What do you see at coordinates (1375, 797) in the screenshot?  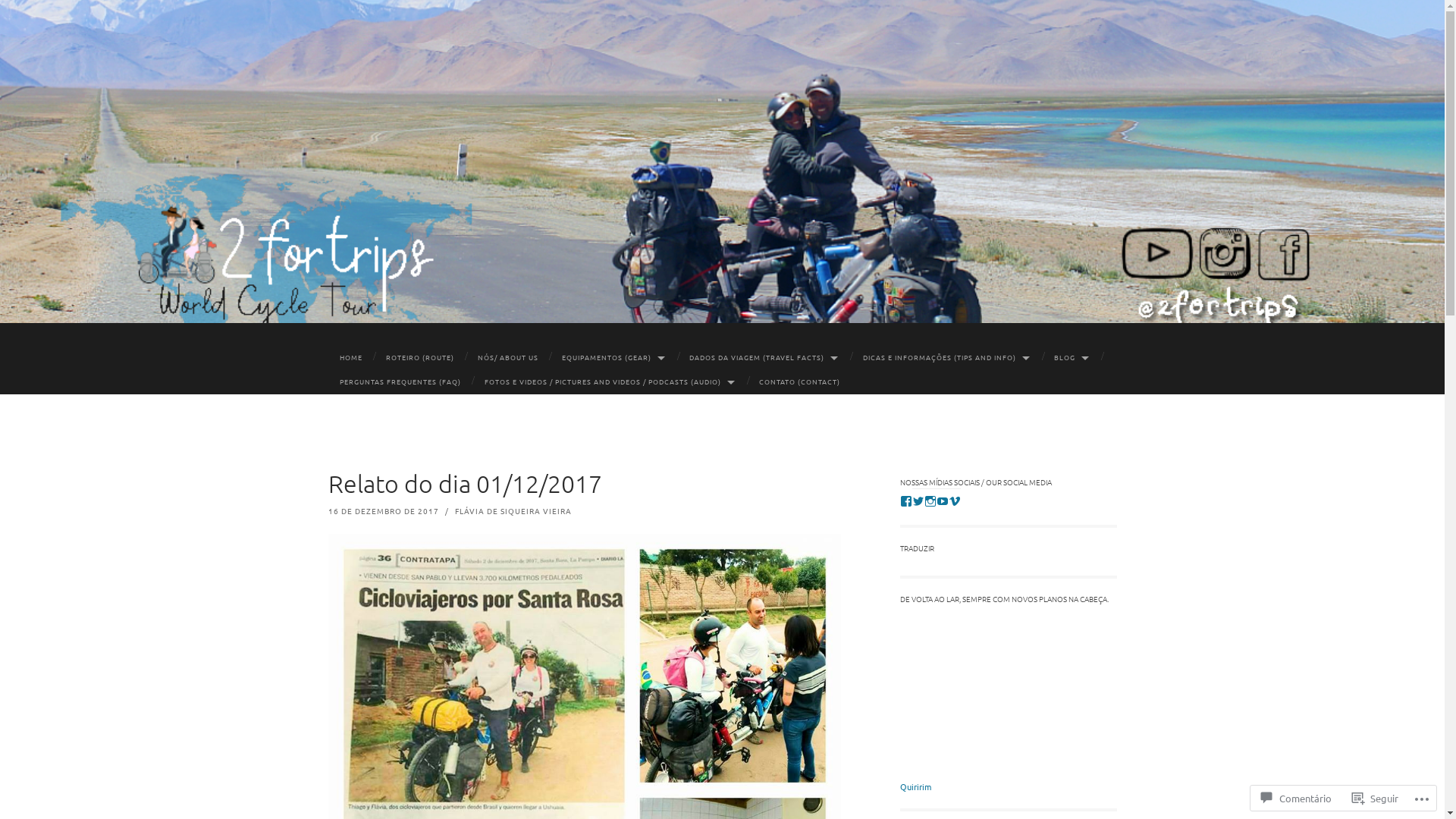 I see `'Seguir'` at bounding box center [1375, 797].